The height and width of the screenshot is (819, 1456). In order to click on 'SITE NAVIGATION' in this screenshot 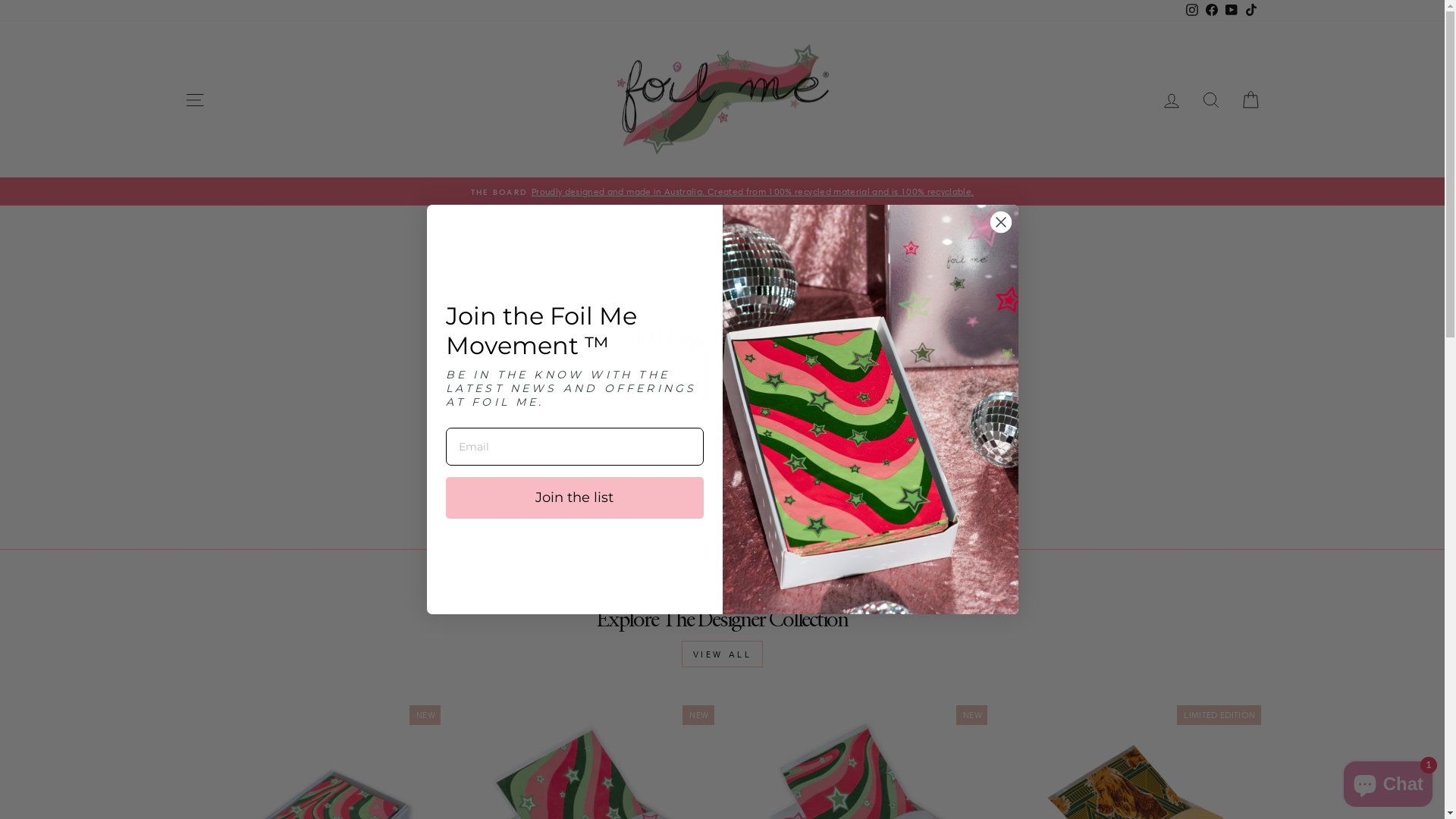, I will do `click(193, 99)`.